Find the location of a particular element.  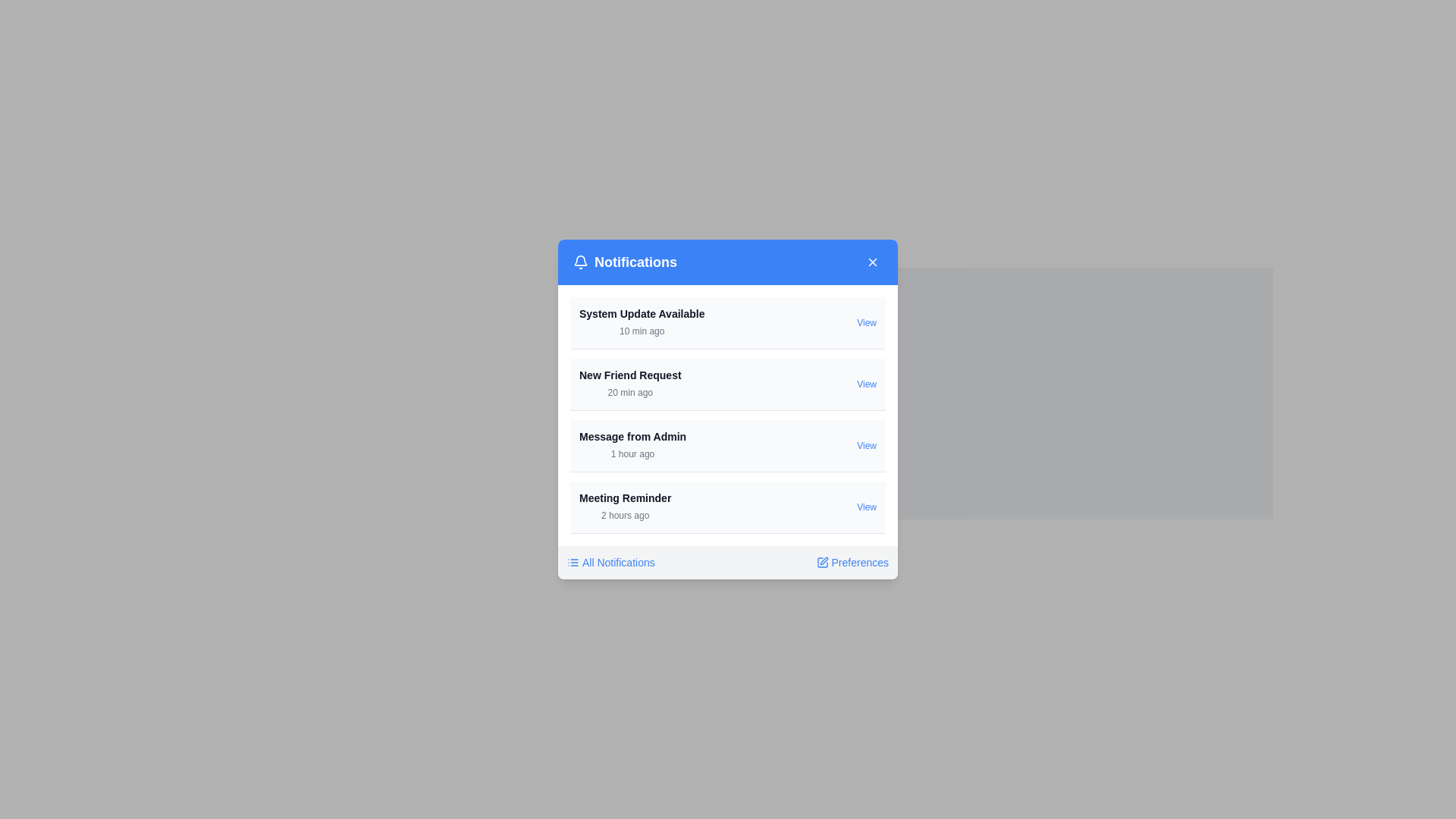

the meeting reminder's timestamp displayed in the notification panel as the fourth item under 'Notifications' is located at coordinates (625, 507).